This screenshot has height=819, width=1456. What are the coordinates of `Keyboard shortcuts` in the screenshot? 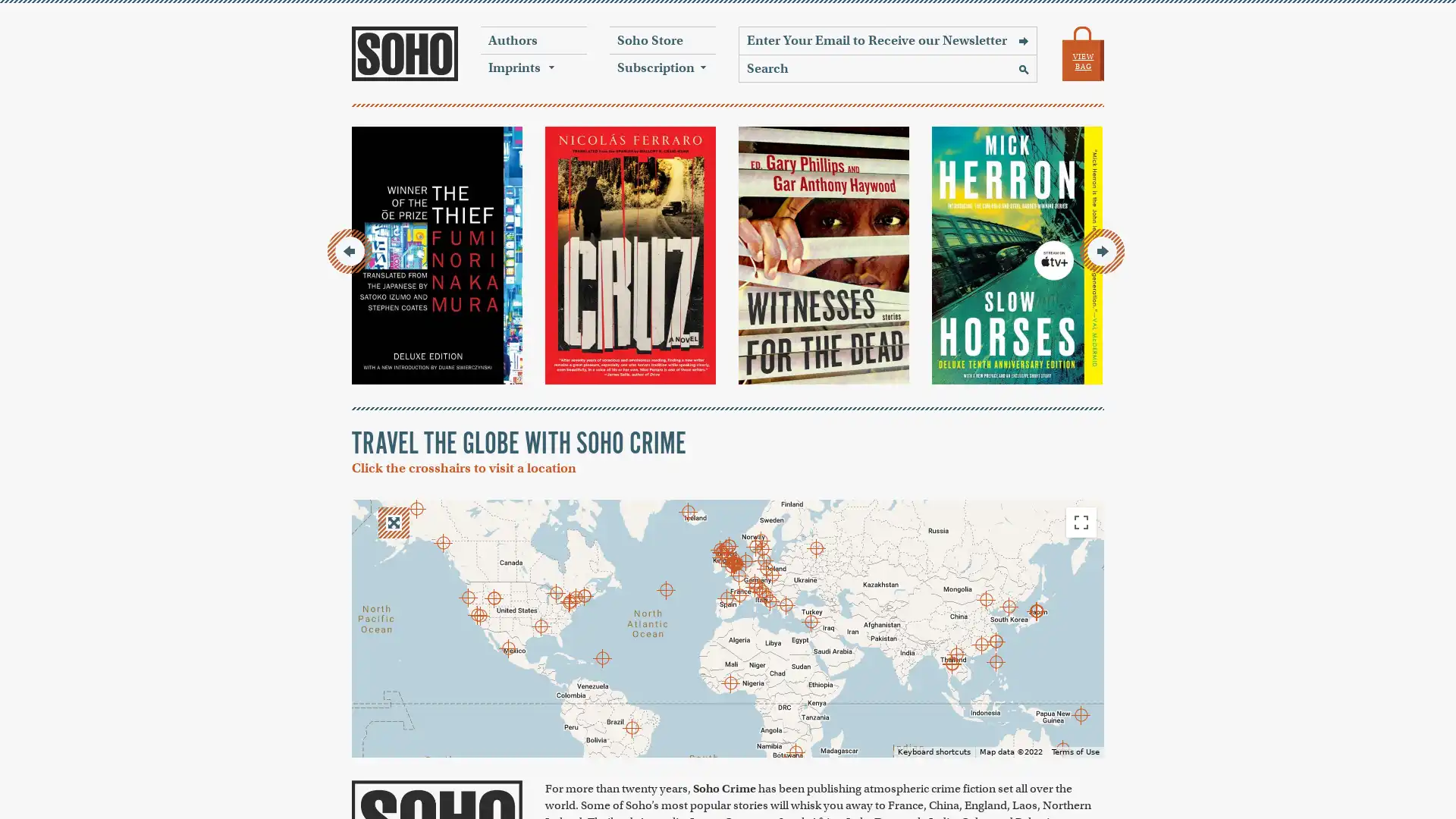 It's located at (948, 752).